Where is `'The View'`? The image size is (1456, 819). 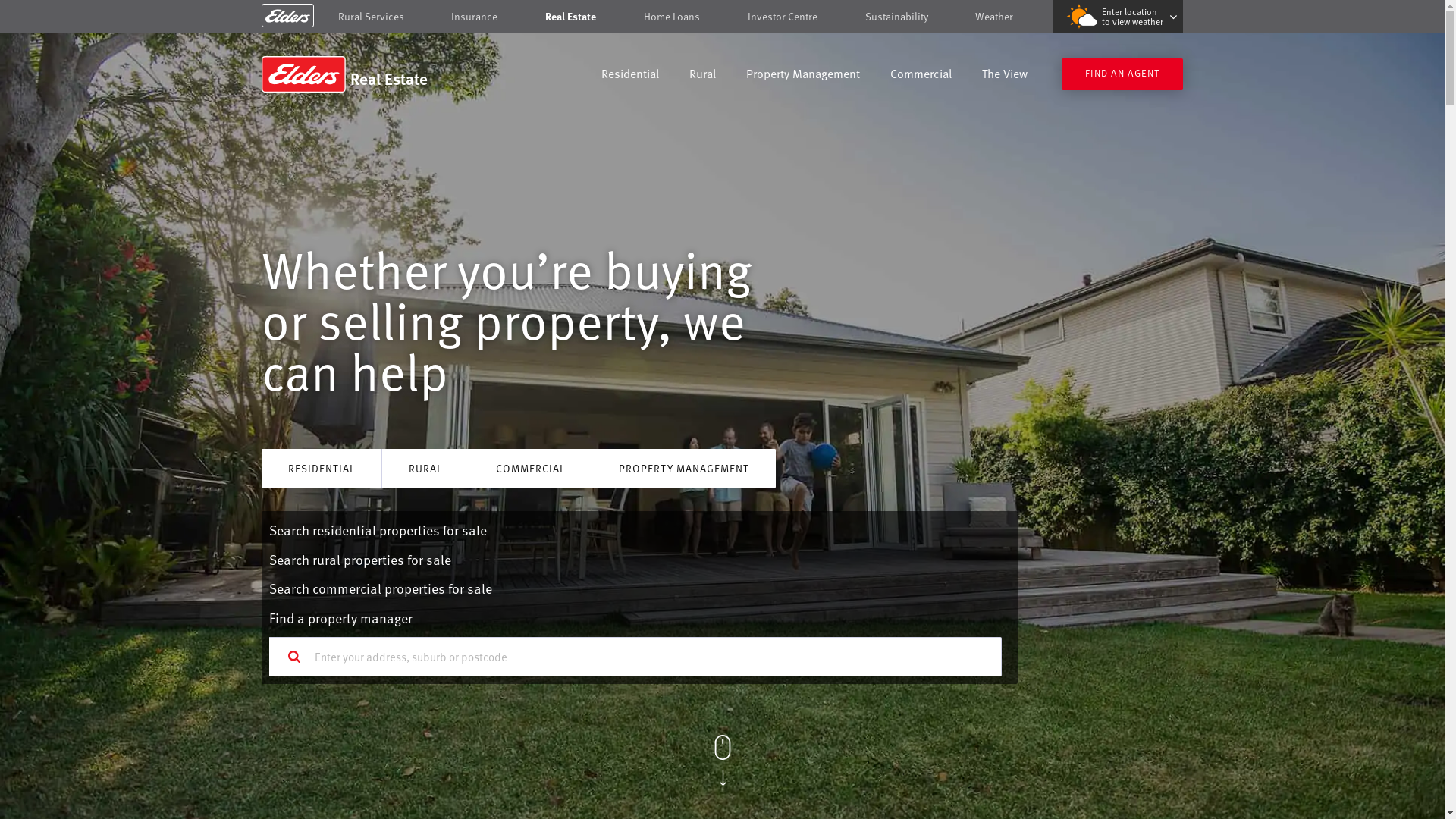 'The View' is located at coordinates (1004, 75).